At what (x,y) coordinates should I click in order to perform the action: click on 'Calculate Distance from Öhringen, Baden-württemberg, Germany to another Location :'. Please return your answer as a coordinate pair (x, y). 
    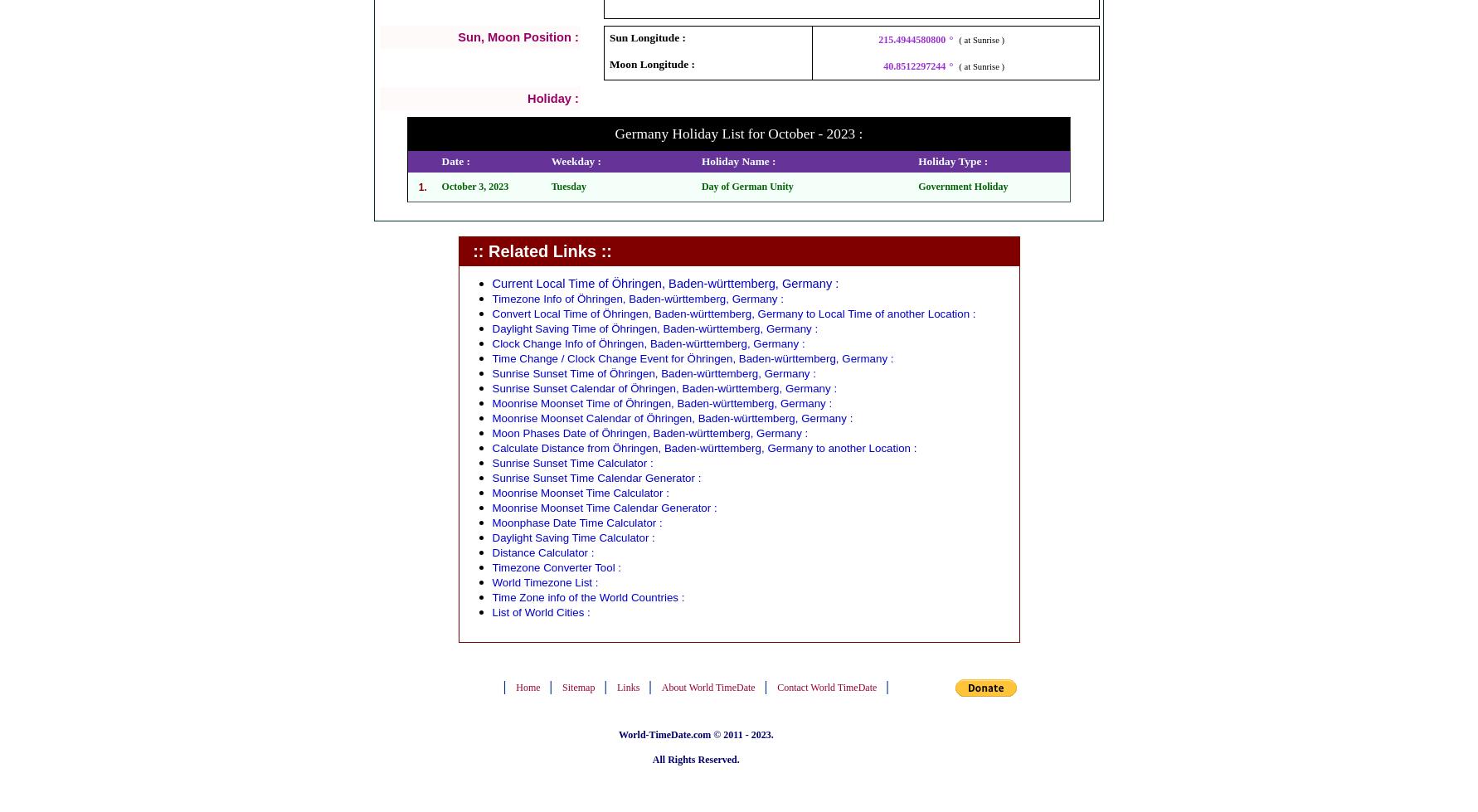
    Looking at the image, I should click on (703, 446).